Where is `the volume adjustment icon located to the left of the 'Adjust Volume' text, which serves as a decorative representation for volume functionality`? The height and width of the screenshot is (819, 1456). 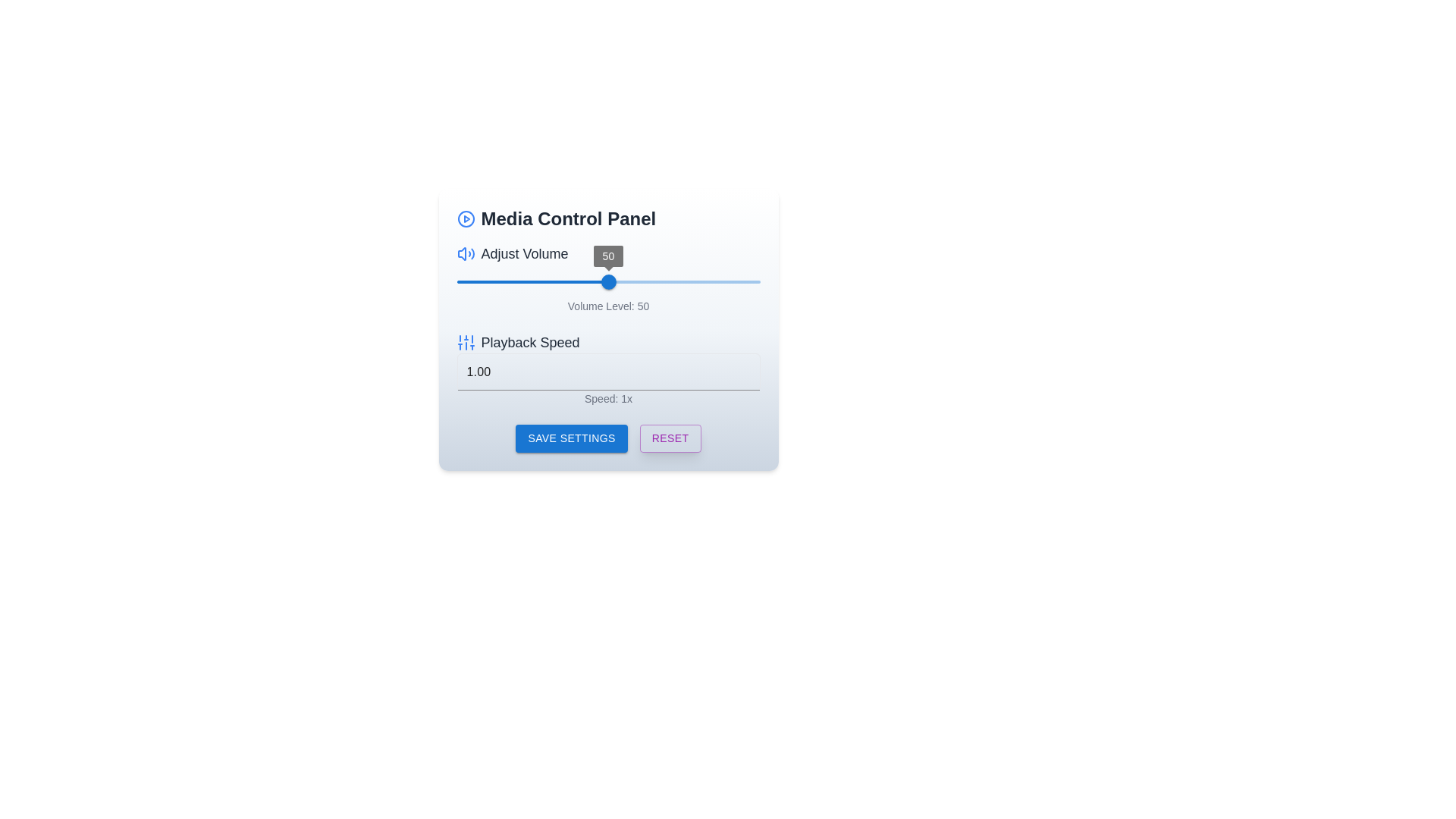
the volume adjustment icon located to the left of the 'Adjust Volume' text, which serves as a decorative representation for volume functionality is located at coordinates (465, 253).